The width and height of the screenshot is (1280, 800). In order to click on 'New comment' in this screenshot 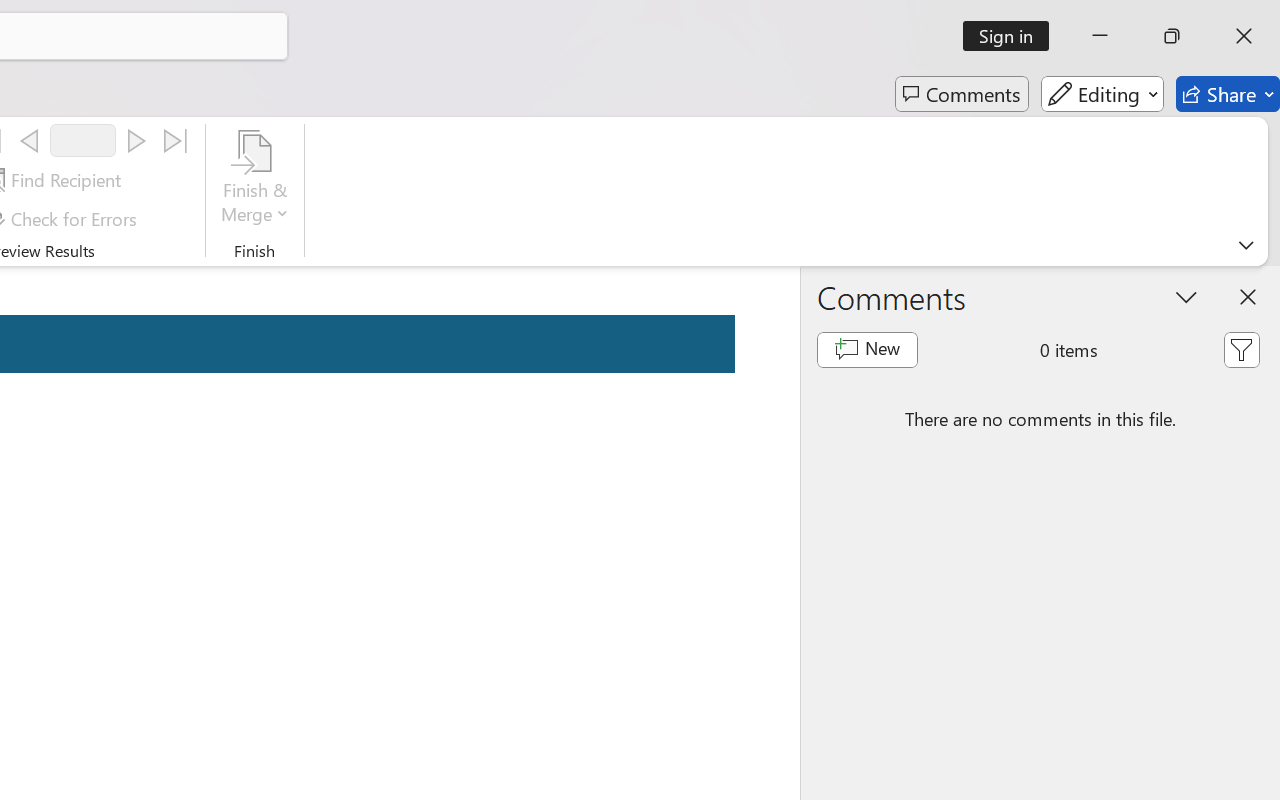, I will do `click(867, 350)`.